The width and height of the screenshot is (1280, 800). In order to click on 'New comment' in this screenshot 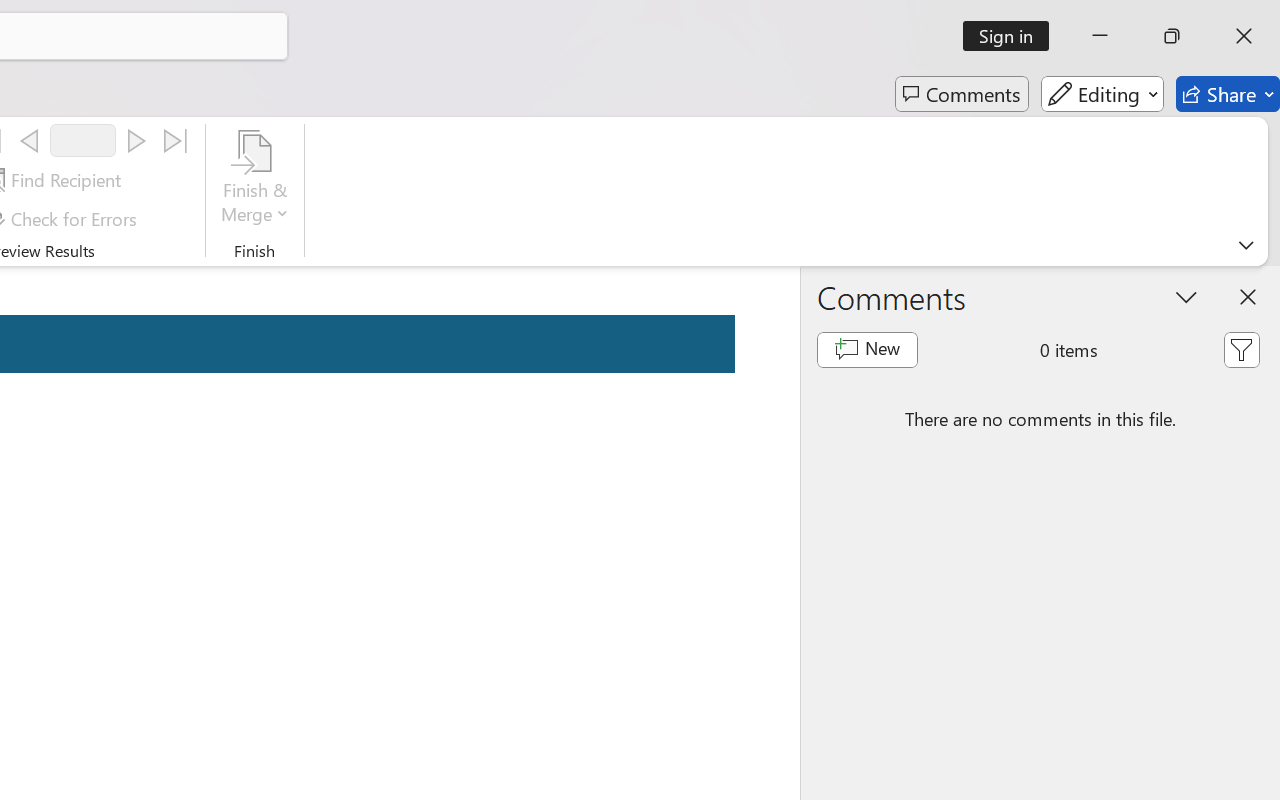, I will do `click(867, 350)`.